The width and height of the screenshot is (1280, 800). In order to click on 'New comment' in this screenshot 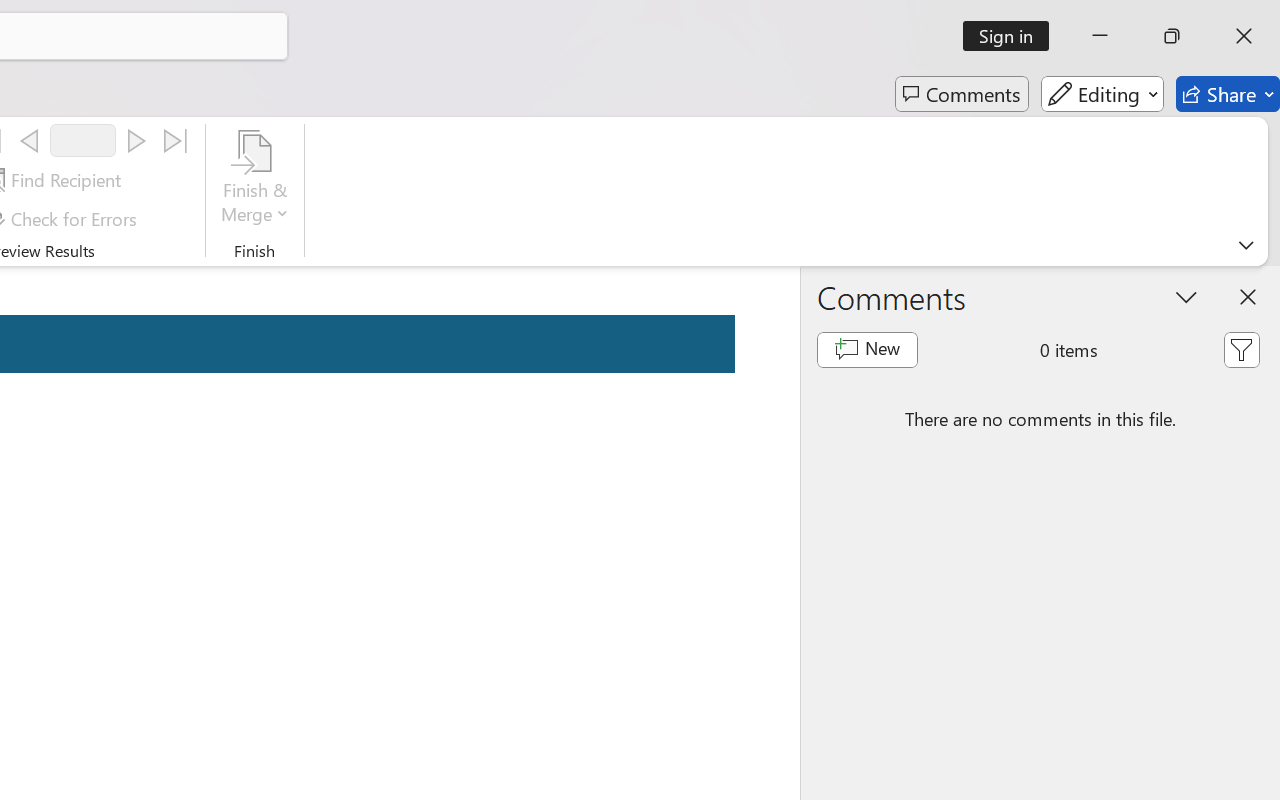, I will do `click(867, 350)`.